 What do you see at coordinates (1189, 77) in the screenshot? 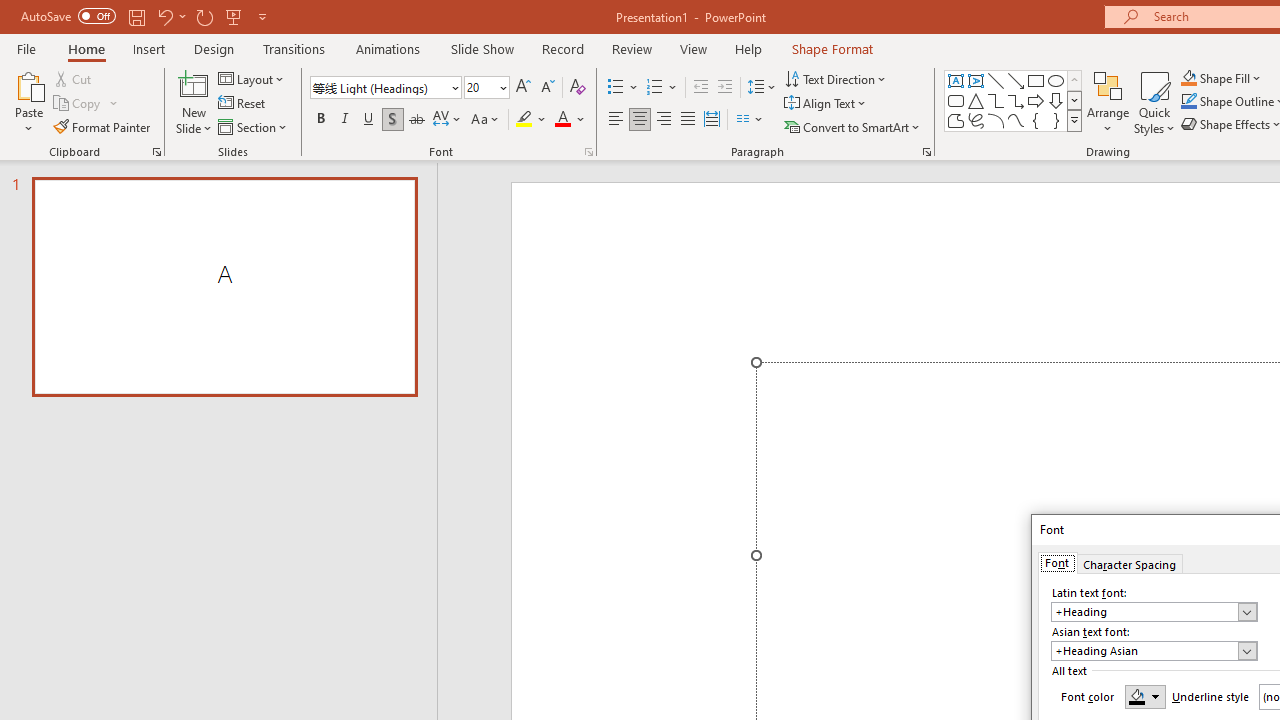
I see `'Shape Fill Orange, Accent 2'` at bounding box center [1189, 77].